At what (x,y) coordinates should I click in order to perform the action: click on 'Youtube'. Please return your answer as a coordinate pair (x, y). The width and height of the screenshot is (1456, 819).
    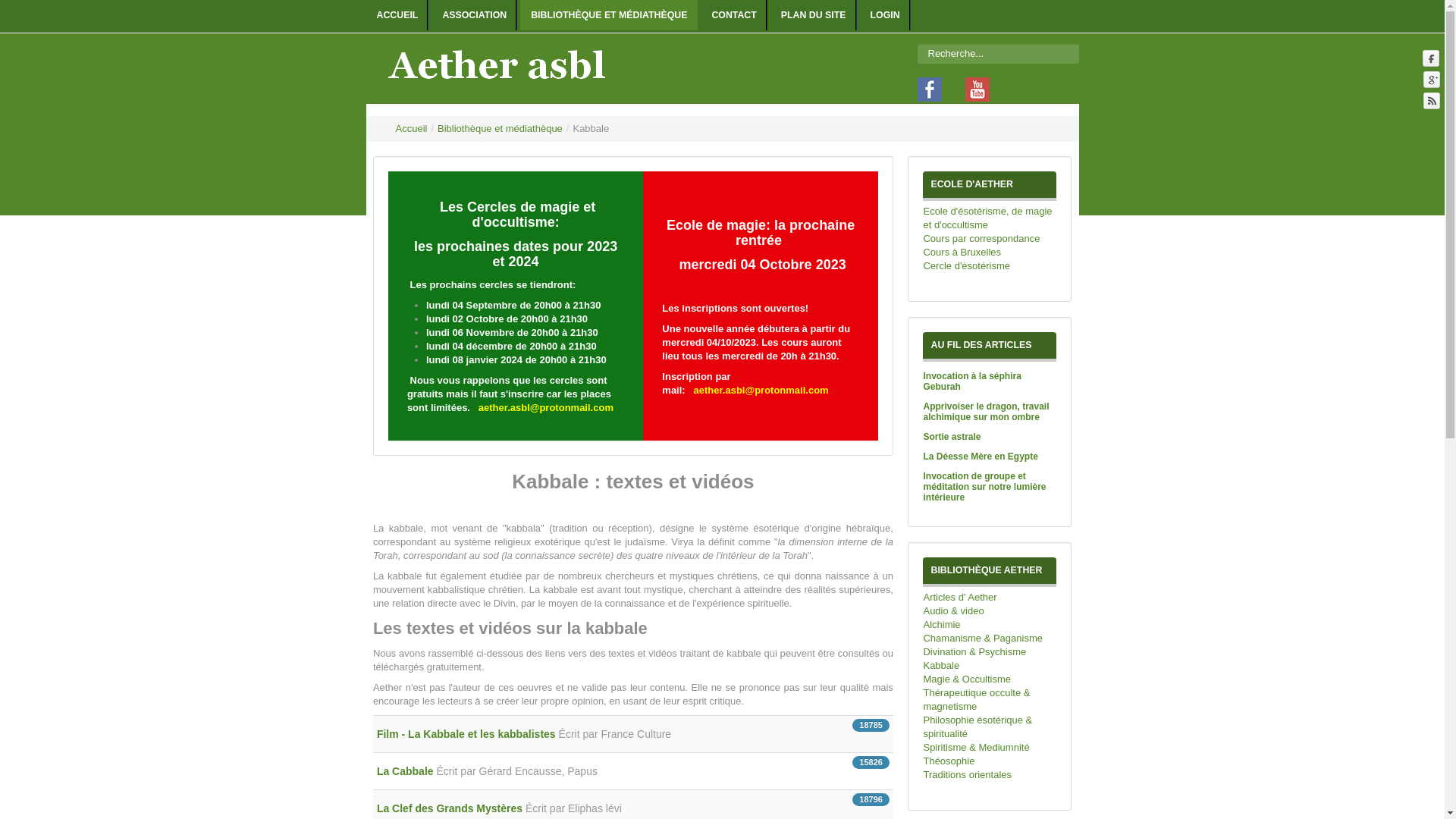
    Looking at the image, I should click on (973, 88).